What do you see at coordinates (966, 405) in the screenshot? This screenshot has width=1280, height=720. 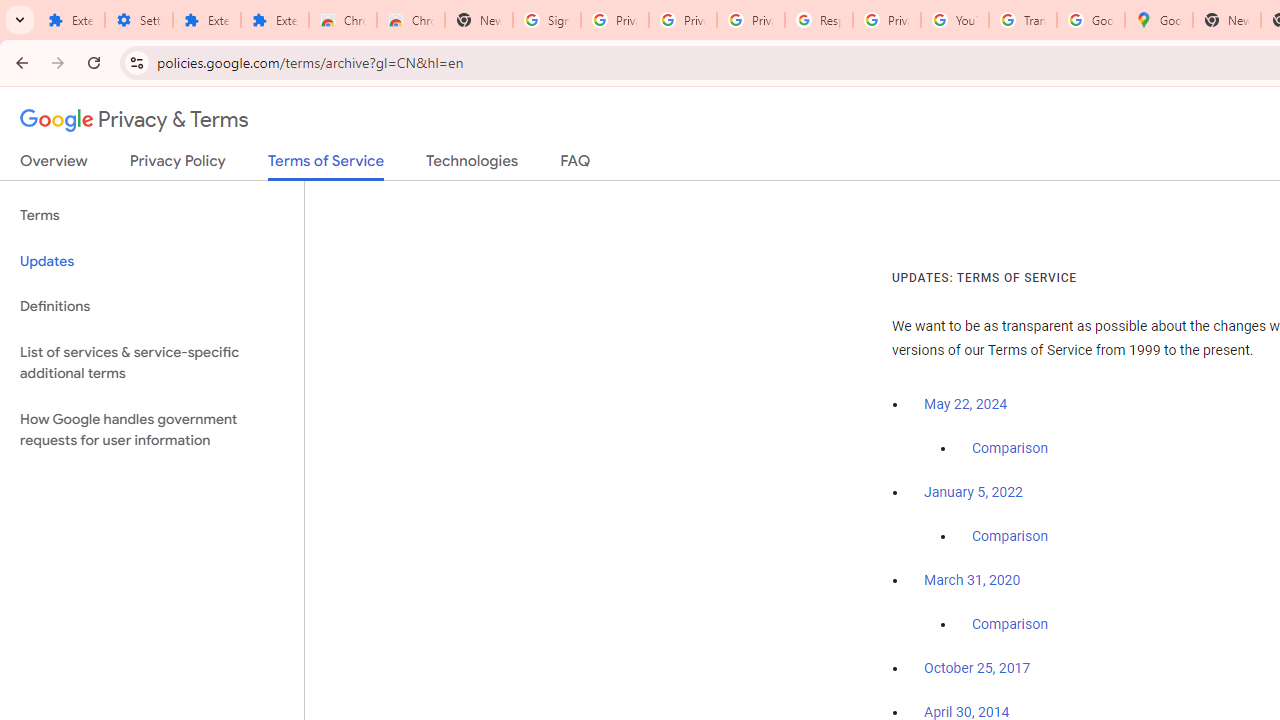 I see `'May 22, 2024'` at bounding box center [966, 405].